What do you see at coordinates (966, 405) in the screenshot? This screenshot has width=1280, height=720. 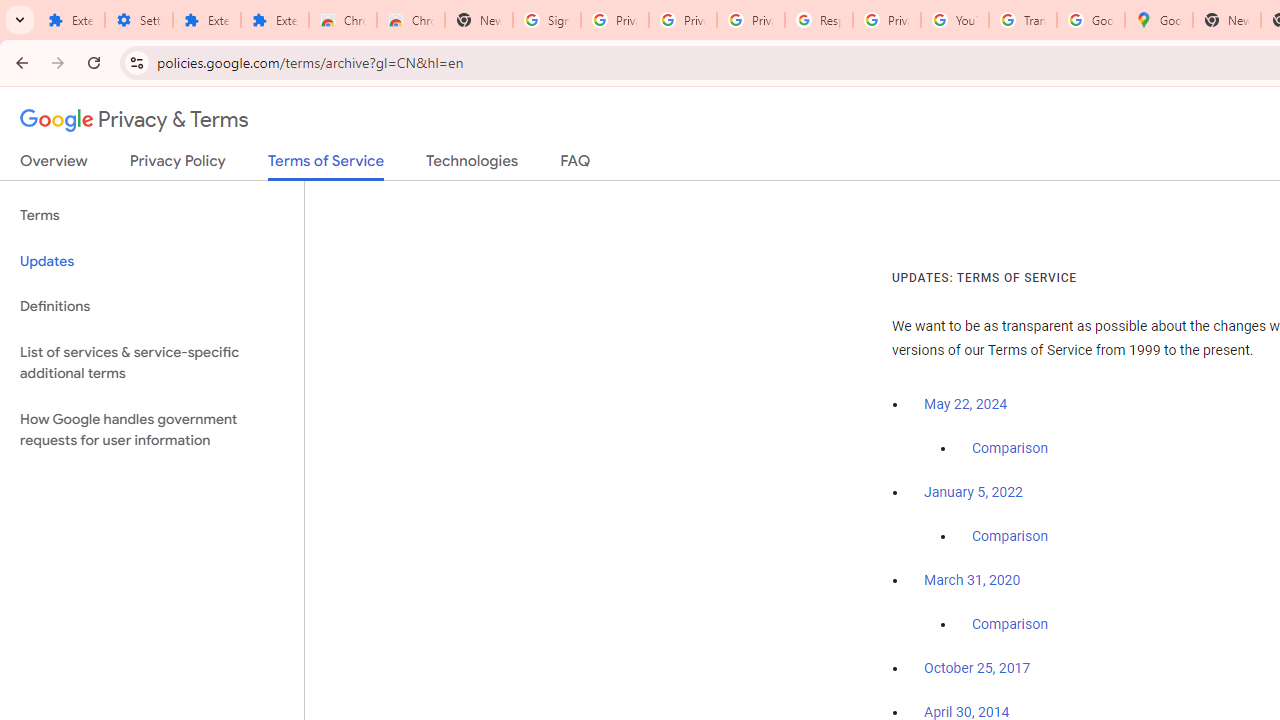 I see `'May 22, 2024'` at bounding box center [966, 405].